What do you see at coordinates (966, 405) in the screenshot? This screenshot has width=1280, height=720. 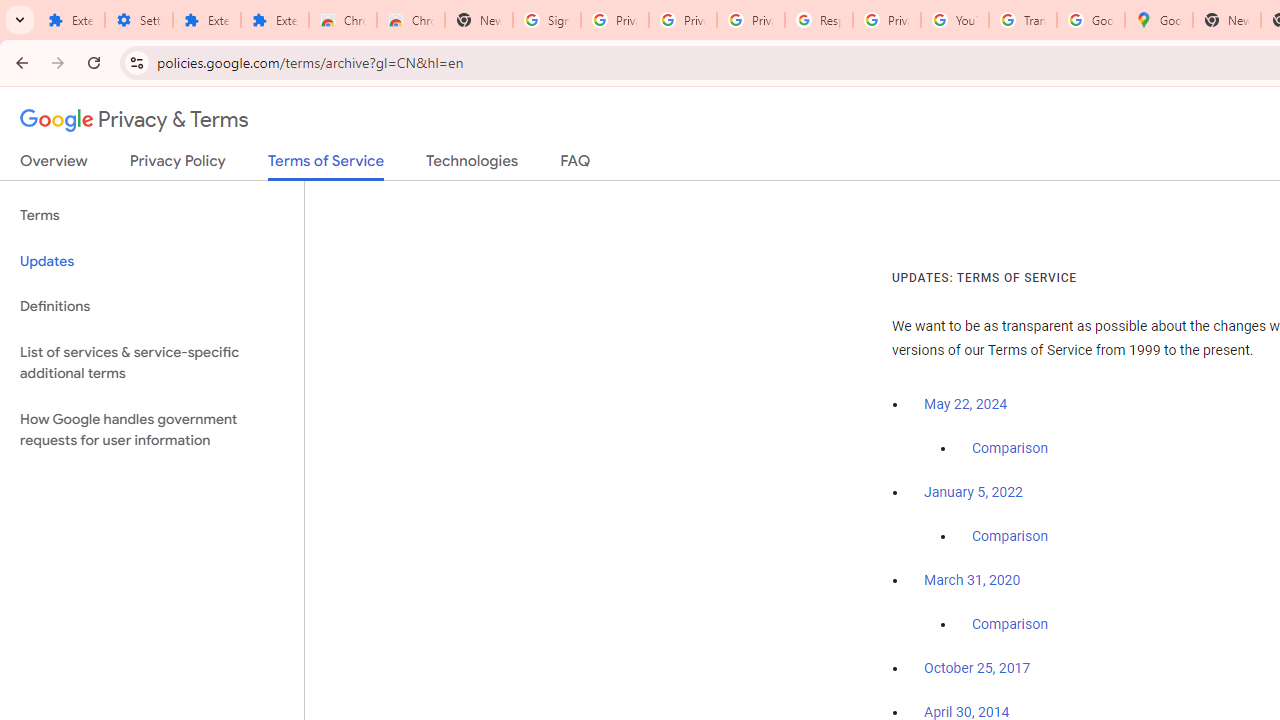 I see `'May 22, 2024'` at bounding box center [966, 405].